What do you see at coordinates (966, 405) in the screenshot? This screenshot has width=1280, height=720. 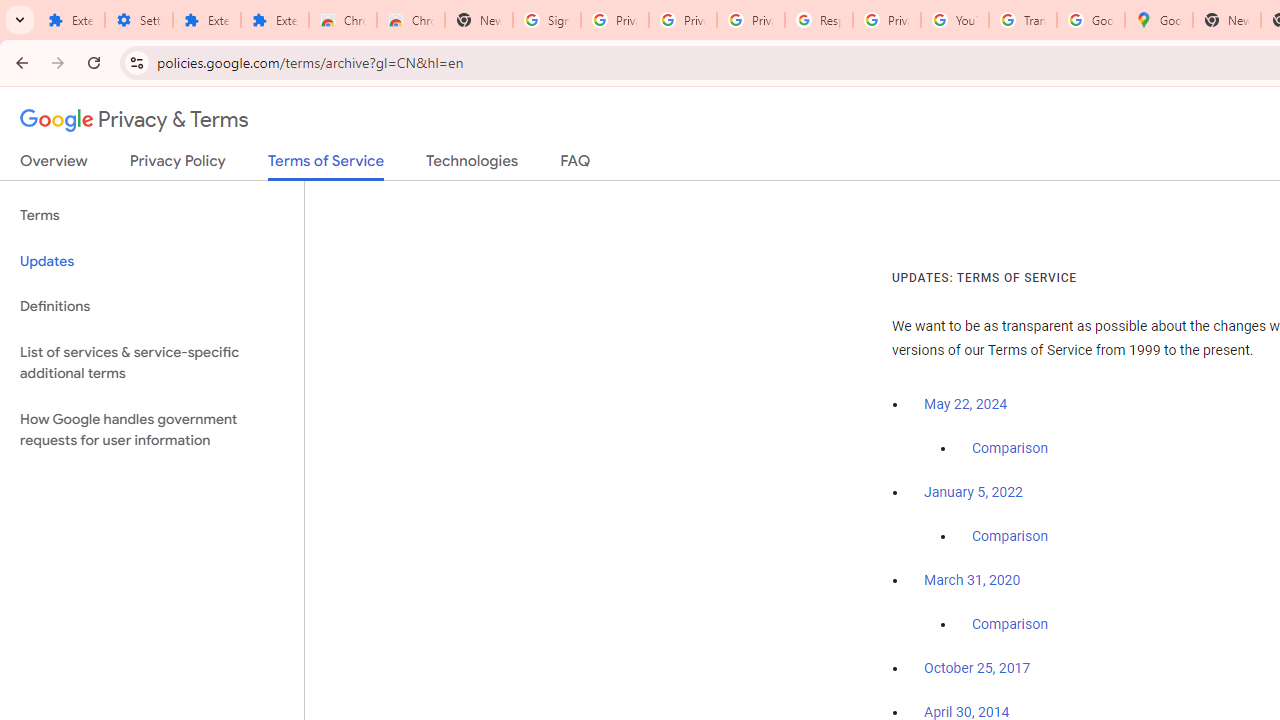 I see `'May 22, 2024'` at bounding box center [966, 405].